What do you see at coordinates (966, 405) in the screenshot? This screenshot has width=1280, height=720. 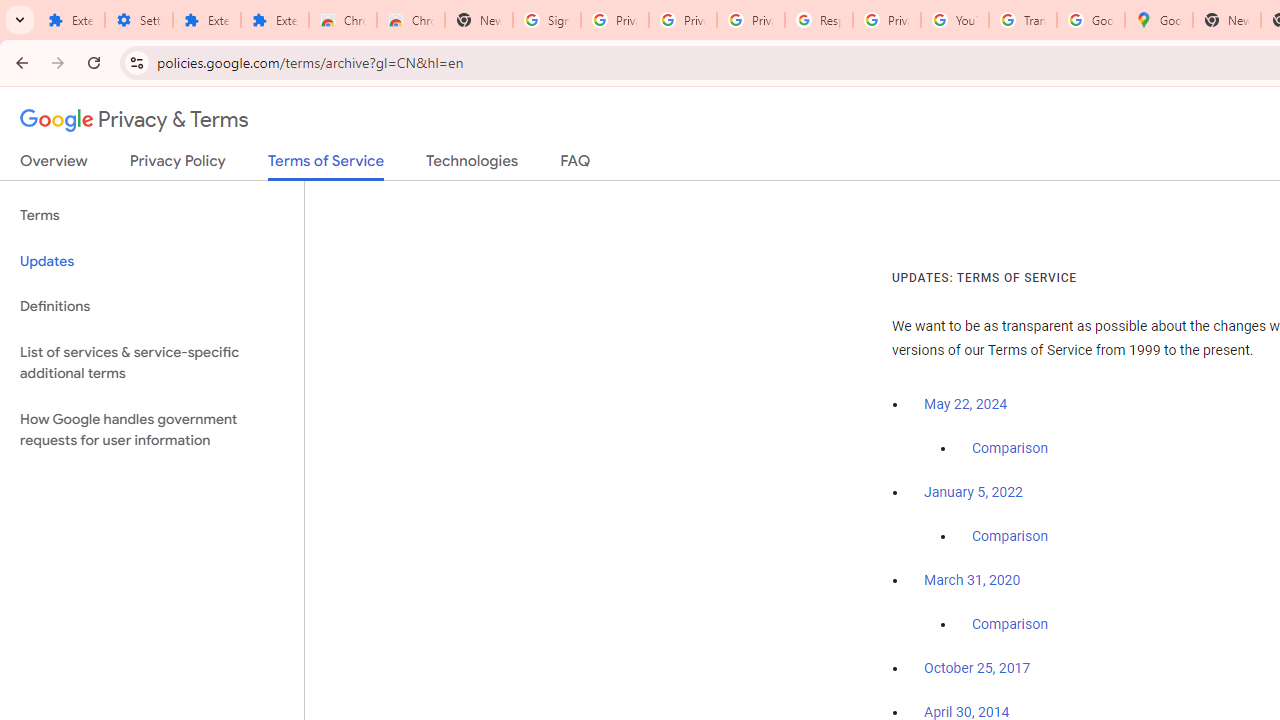 I see `'May 22, 2024'` at bounding box center [966, 405].